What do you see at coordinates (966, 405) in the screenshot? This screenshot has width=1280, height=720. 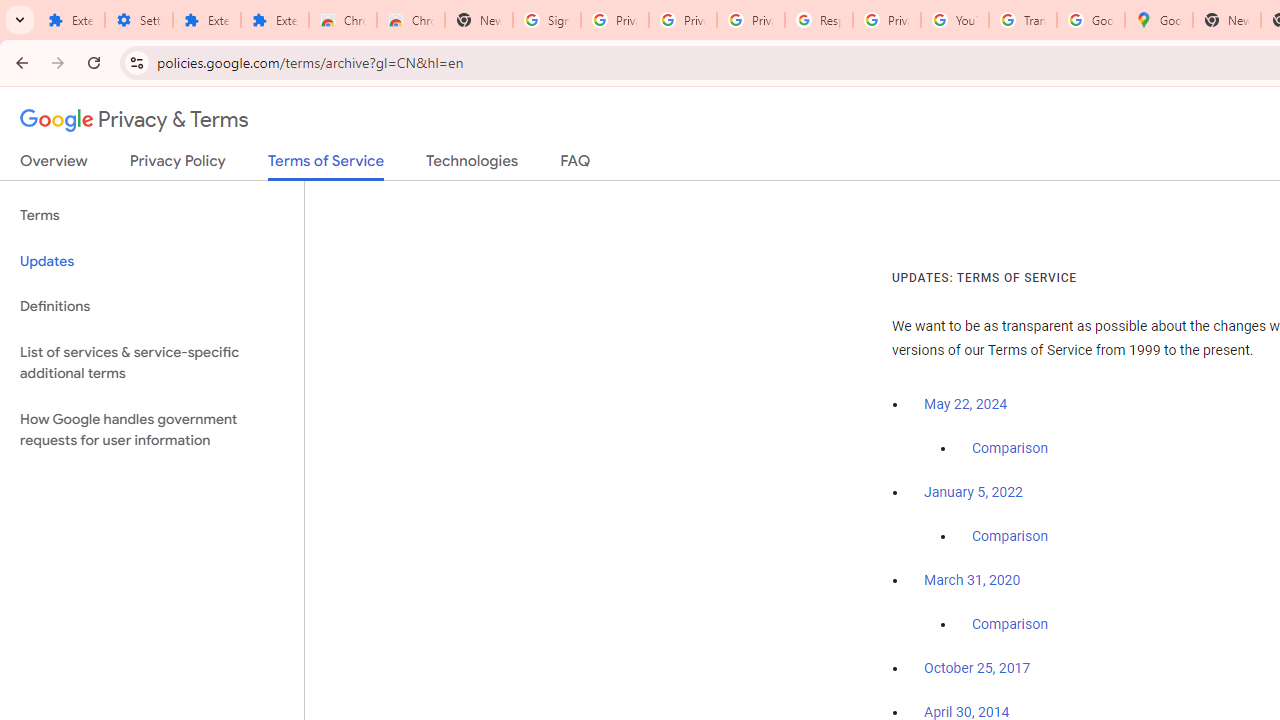 I see `'May 22, 2024'` at bounding box center [966, 405].